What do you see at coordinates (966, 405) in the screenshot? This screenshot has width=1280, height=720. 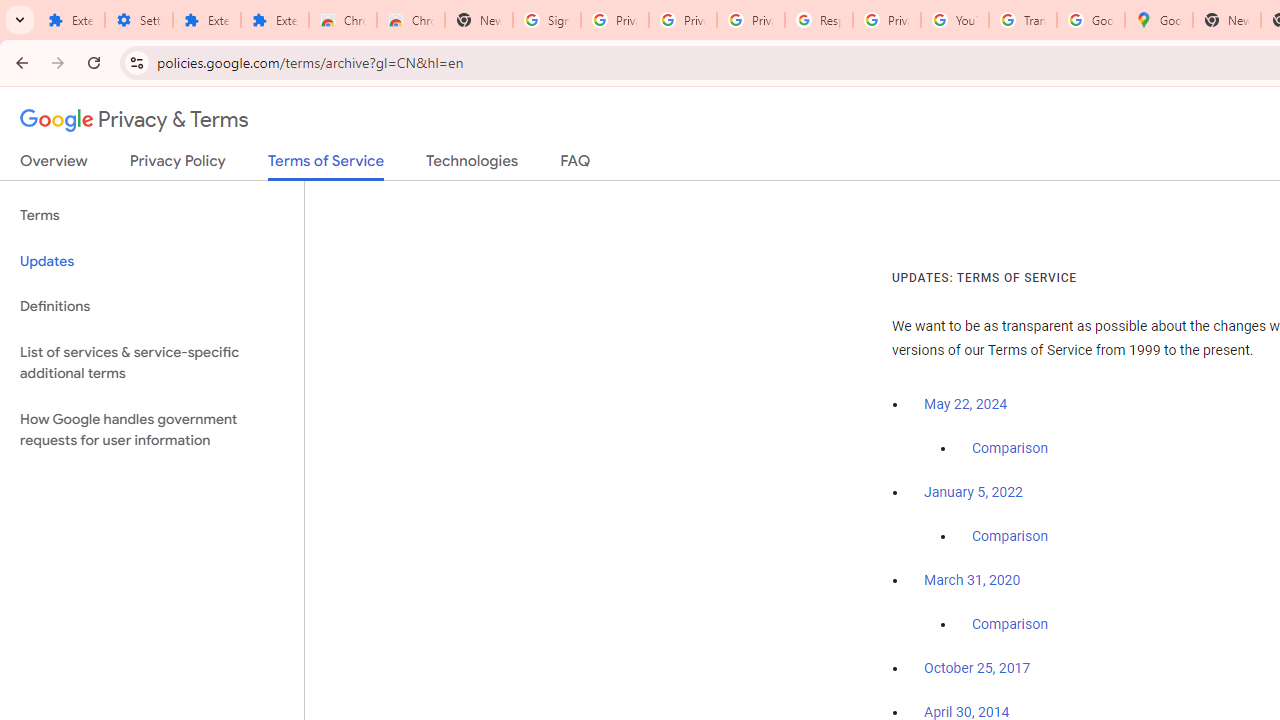 I see `'May 22, 2024'` at bounding box center [966, 405].